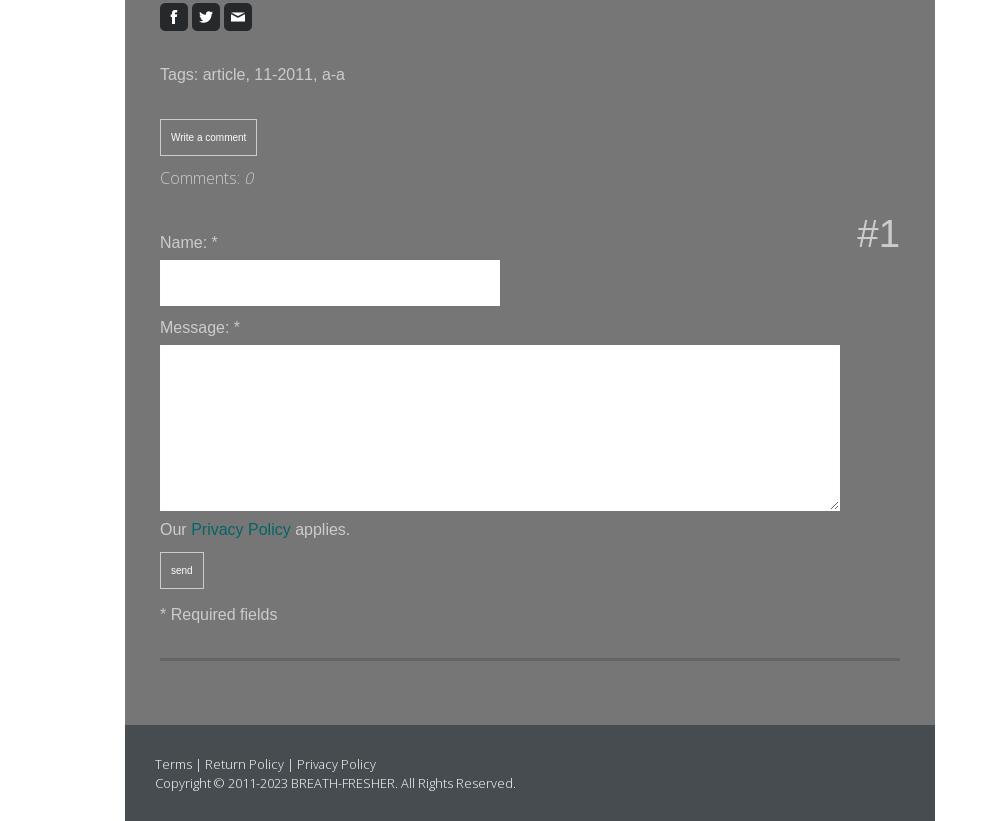  I want to click on 'Comments:', so click(201, 177).